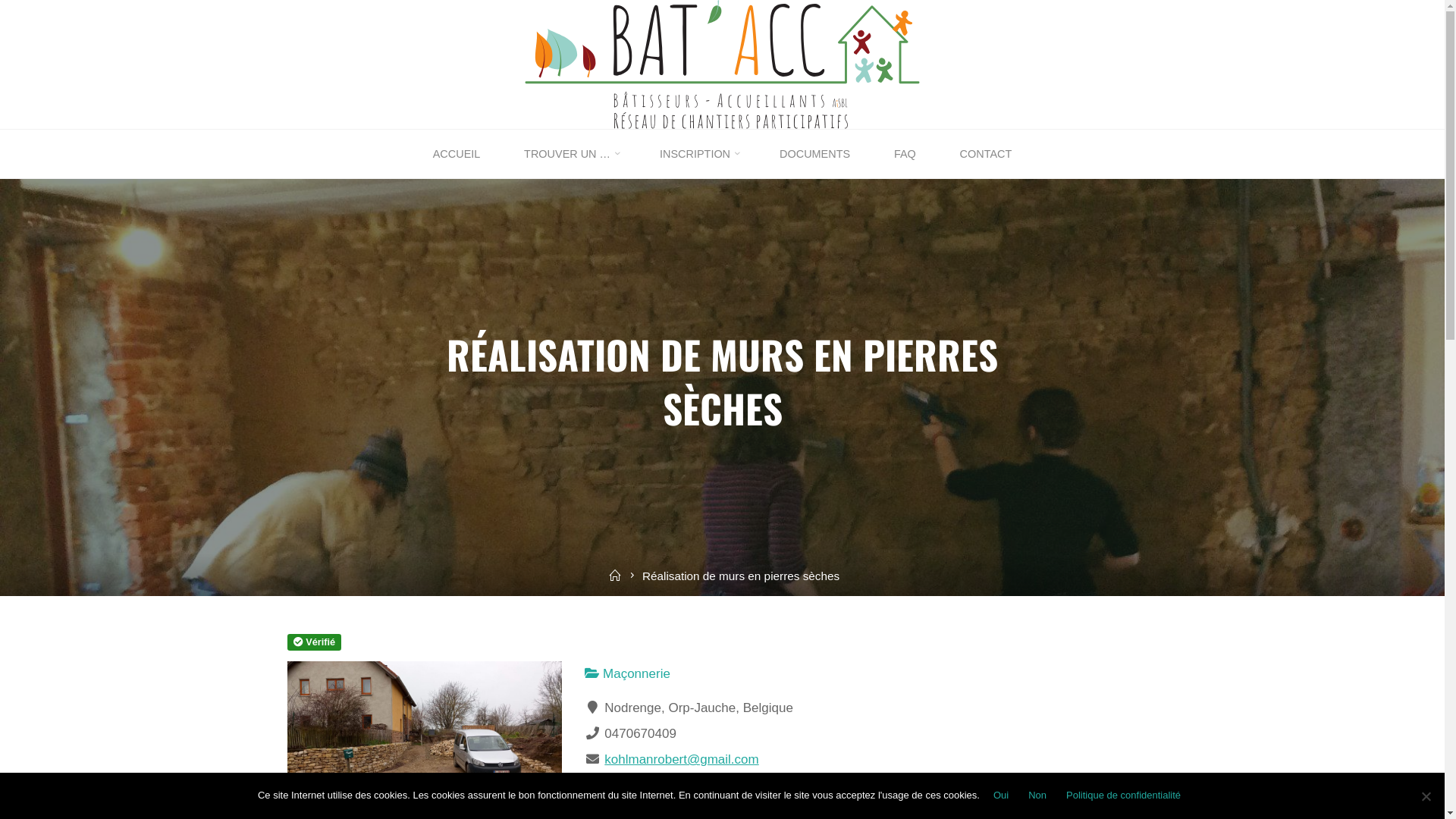 The height and width of the screenshot is (819, 1456). Describe the element at coordinates (455, 154) in the screenshot. I see `'ACCUEIL'` at that location.